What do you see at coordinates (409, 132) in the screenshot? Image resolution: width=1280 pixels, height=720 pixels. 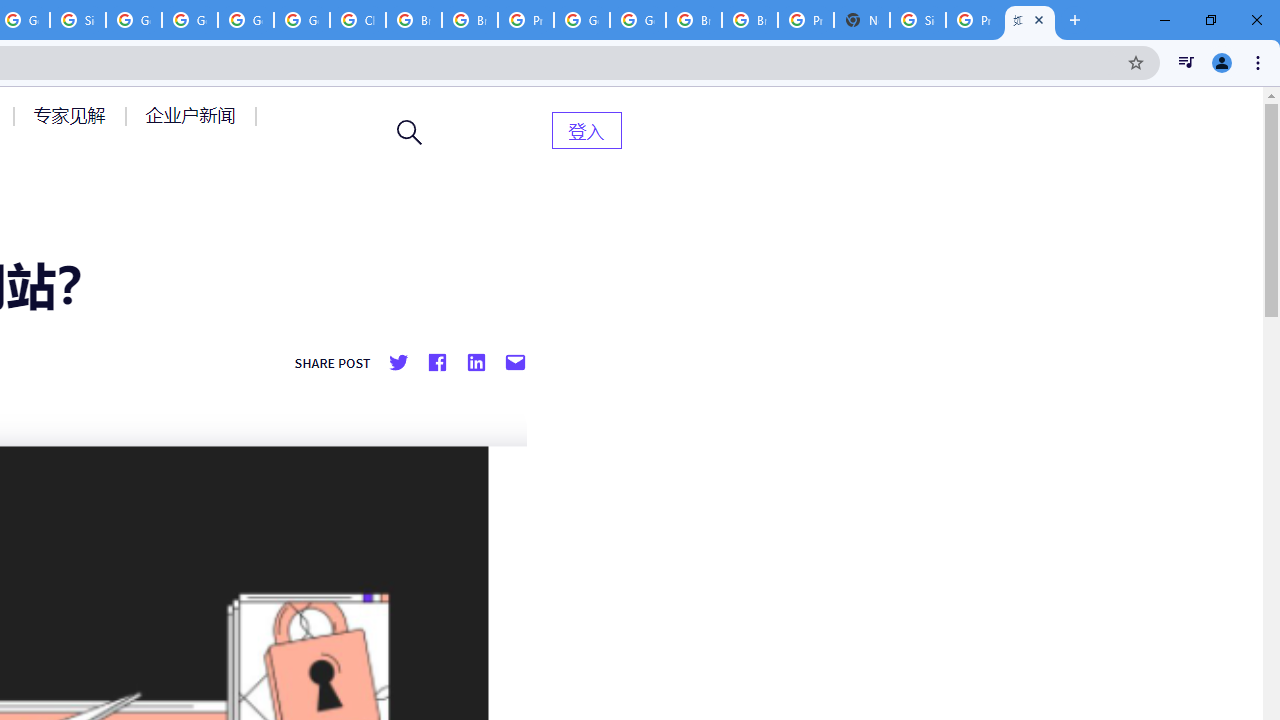 I see `'Open search form'` at bounding box center [409, 132].